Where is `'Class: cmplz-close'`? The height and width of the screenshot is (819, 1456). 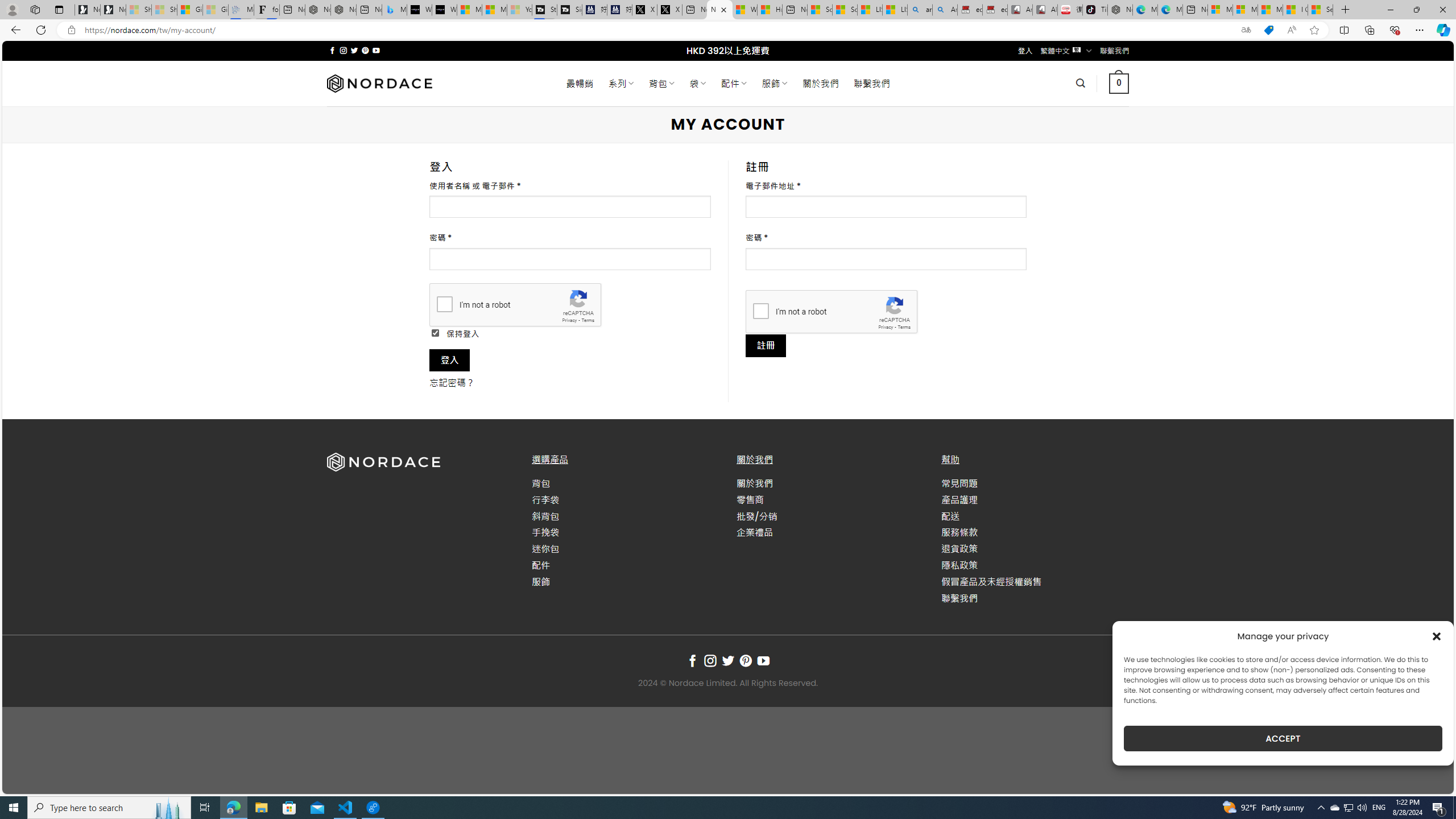 'Class: cmplz-close' is located at coordinates (1437, 636).